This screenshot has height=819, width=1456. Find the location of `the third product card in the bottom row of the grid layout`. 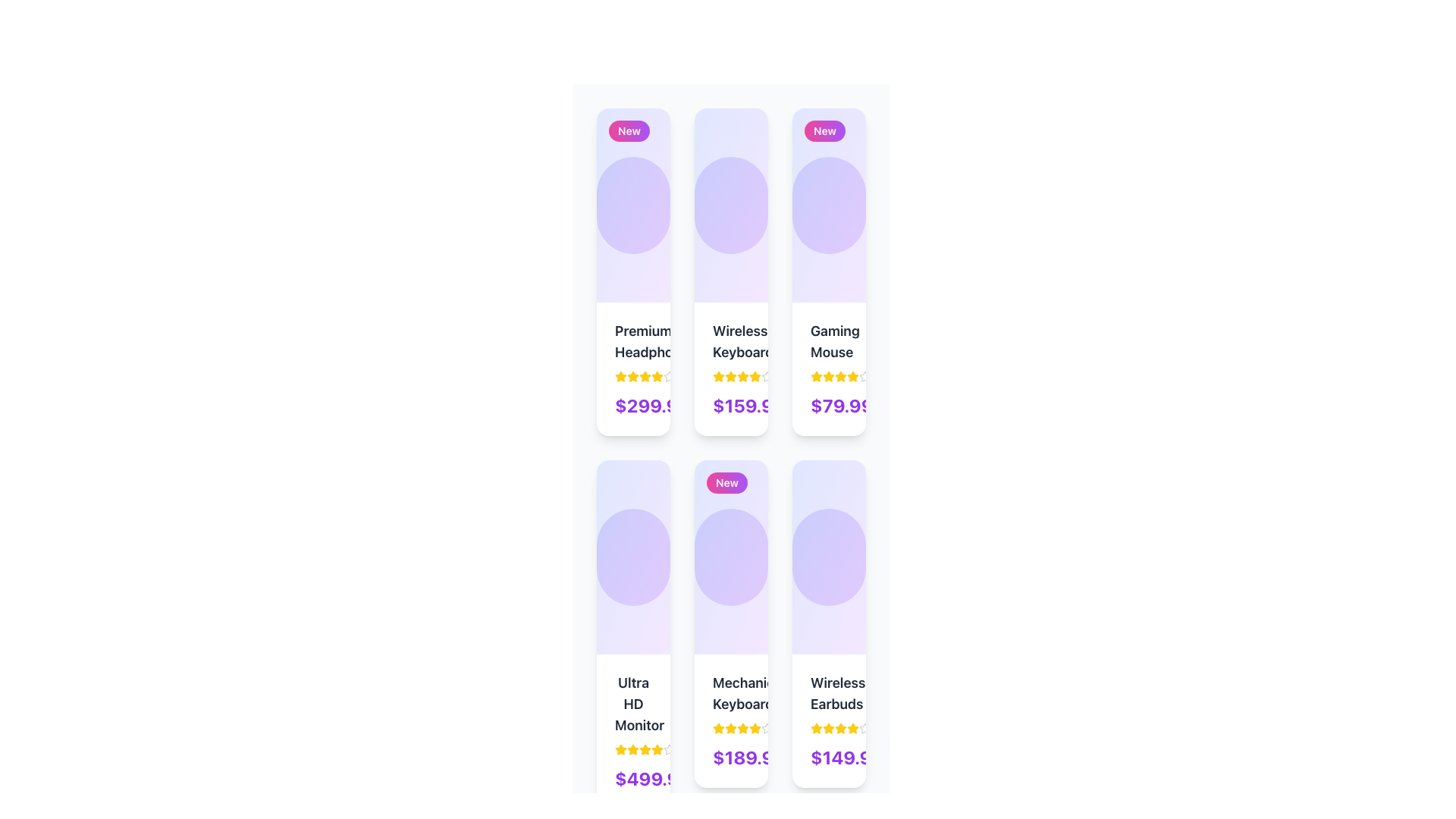

the third product card in the bottom row of the grid layout is located at coordinates (828, 623).